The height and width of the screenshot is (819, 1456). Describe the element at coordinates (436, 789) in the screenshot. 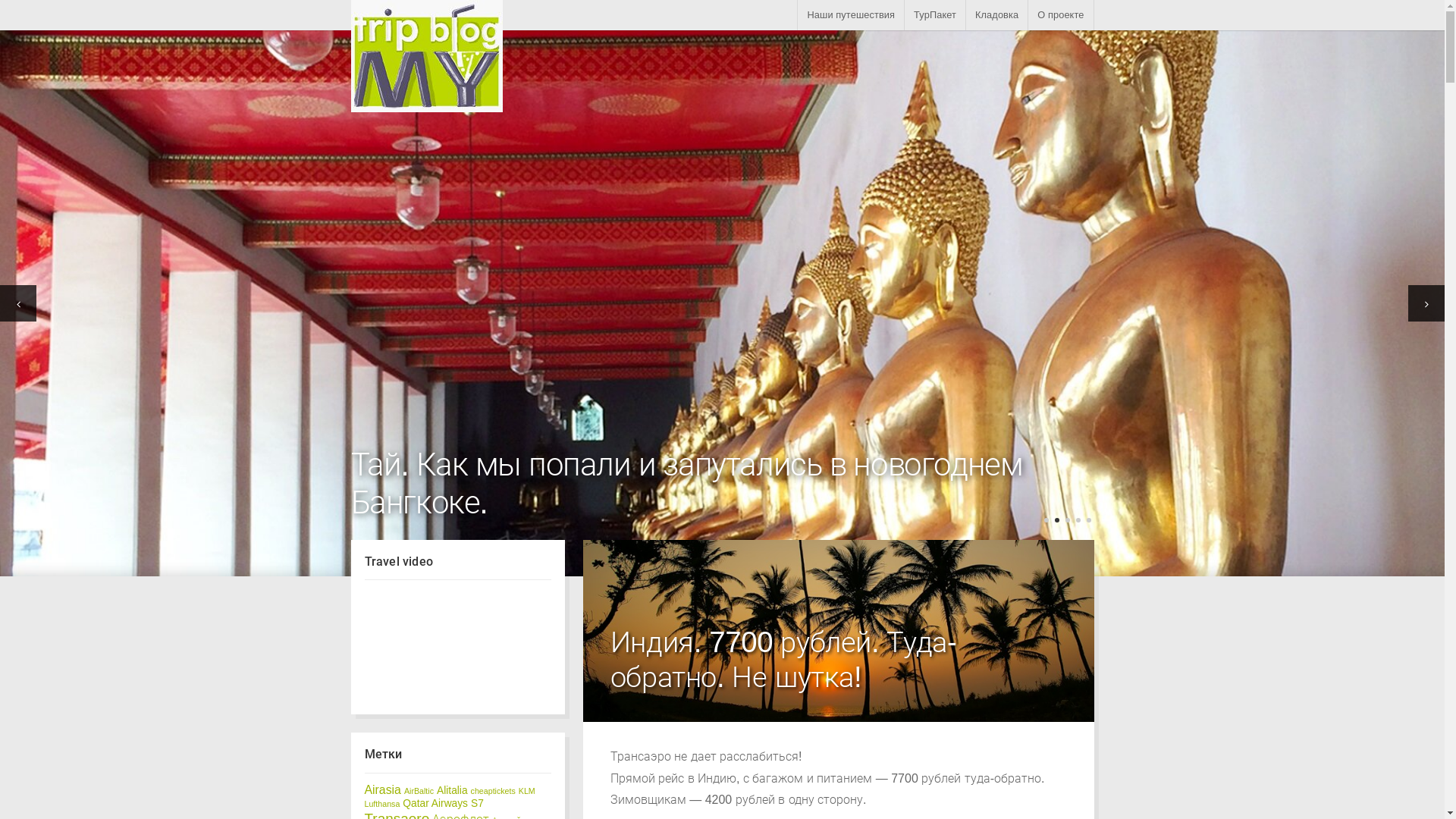

I see `'Alitalia'` at that location.